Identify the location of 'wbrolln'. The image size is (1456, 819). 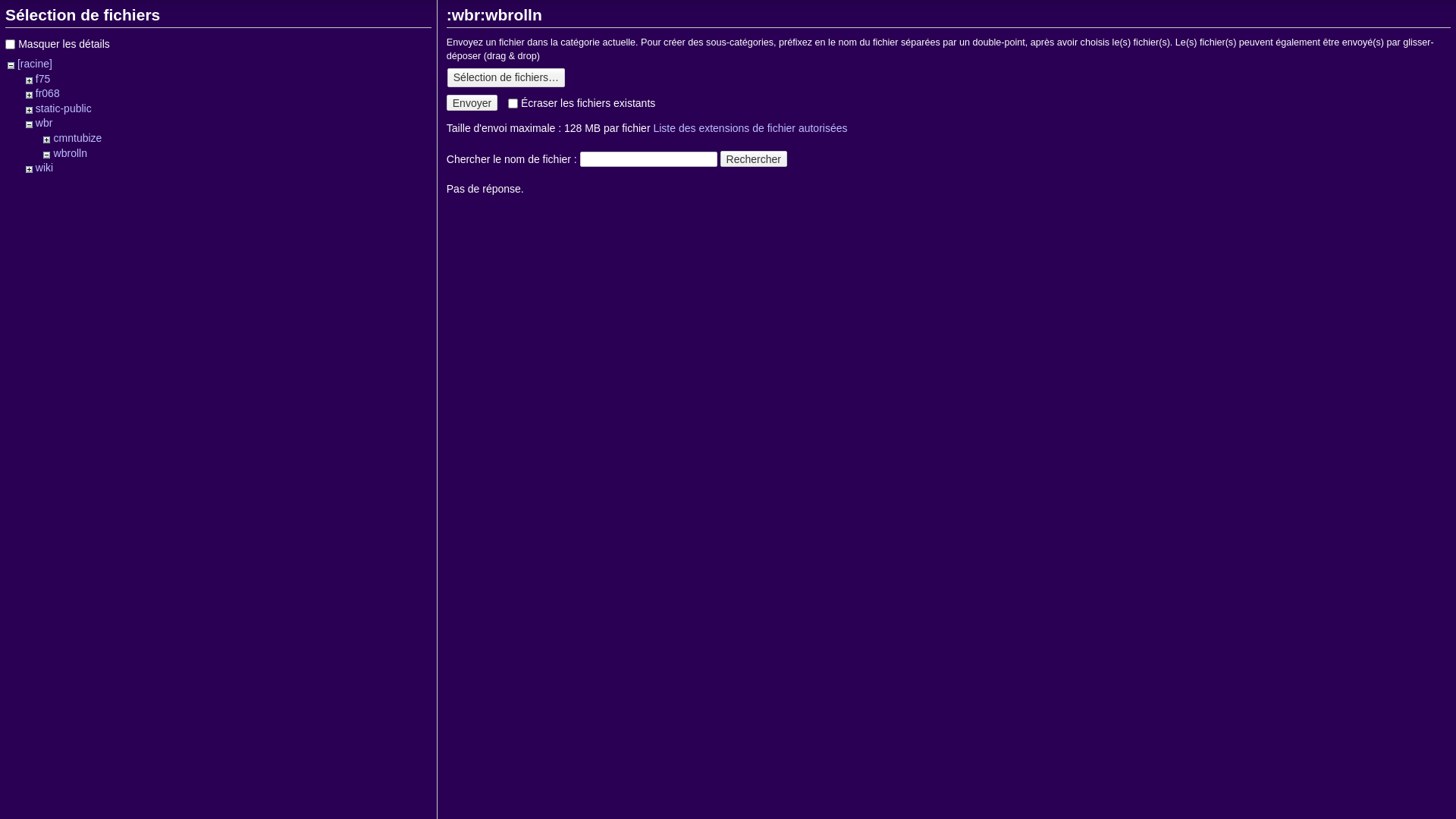
(69, 152).